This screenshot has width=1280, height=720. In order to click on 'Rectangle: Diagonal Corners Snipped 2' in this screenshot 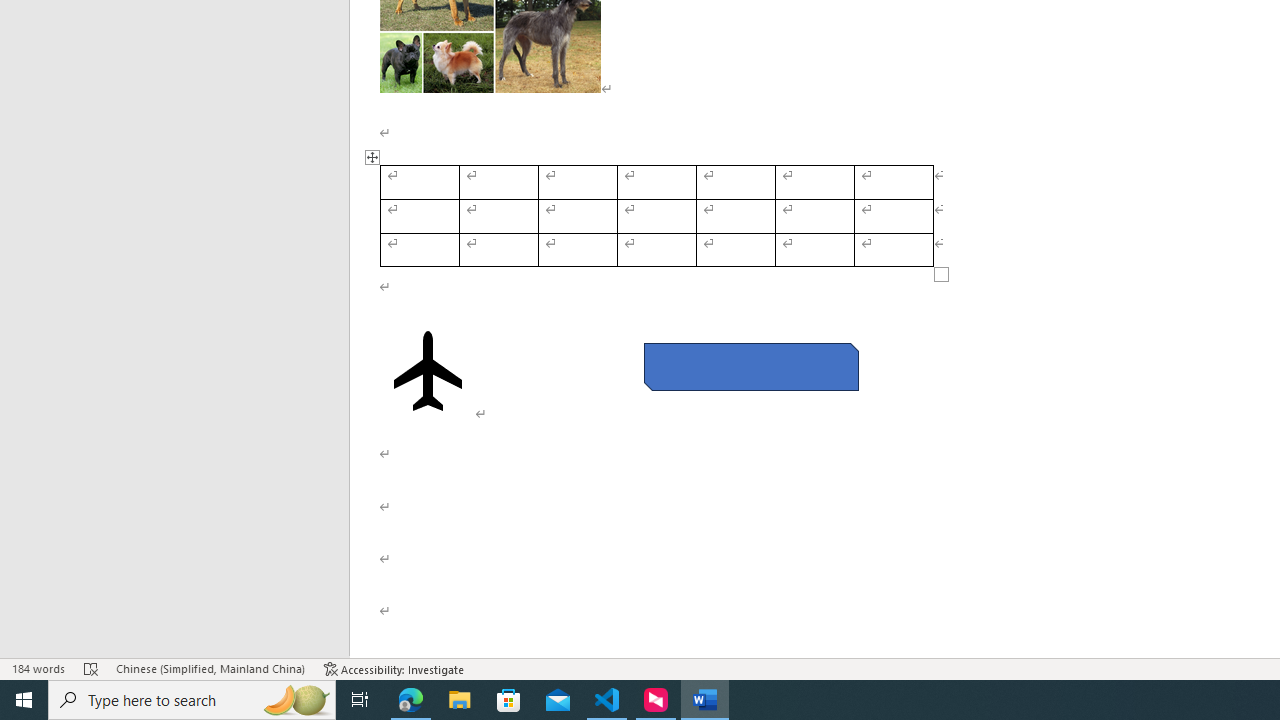, I will do `click(750, 366)`.